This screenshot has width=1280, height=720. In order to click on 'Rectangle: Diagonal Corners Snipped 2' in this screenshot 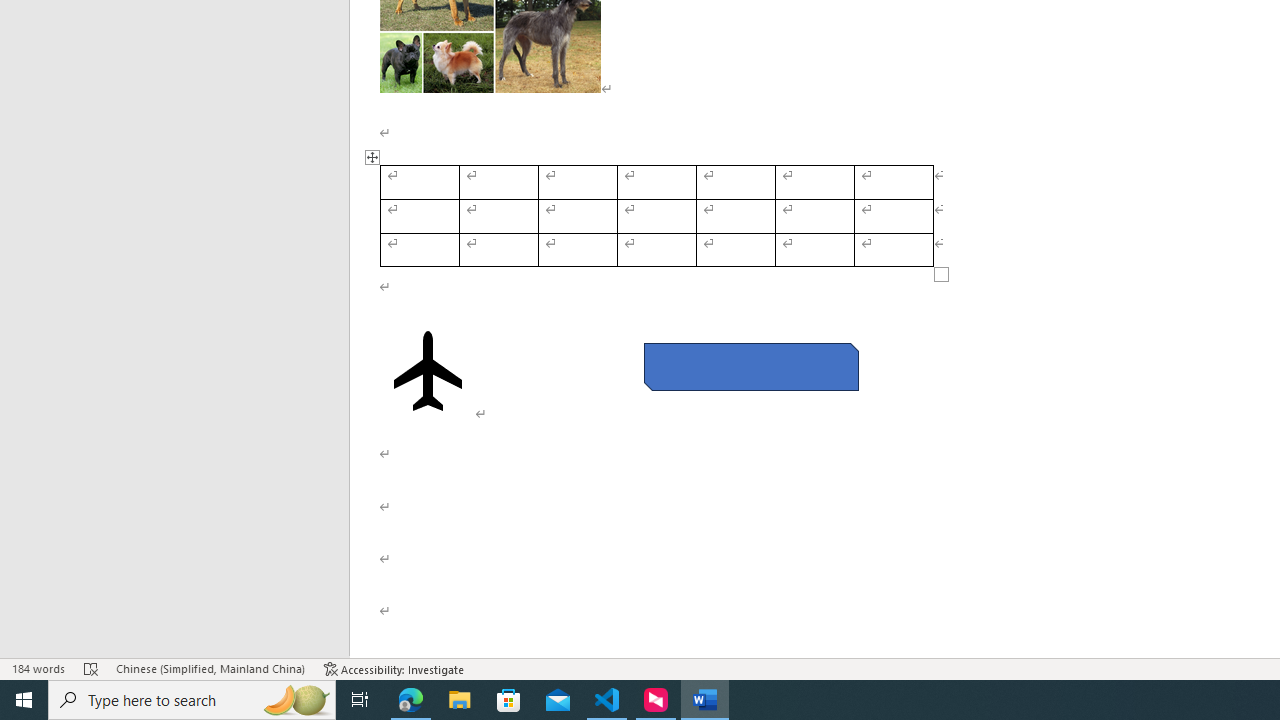, I will do `click(750, 366)`.